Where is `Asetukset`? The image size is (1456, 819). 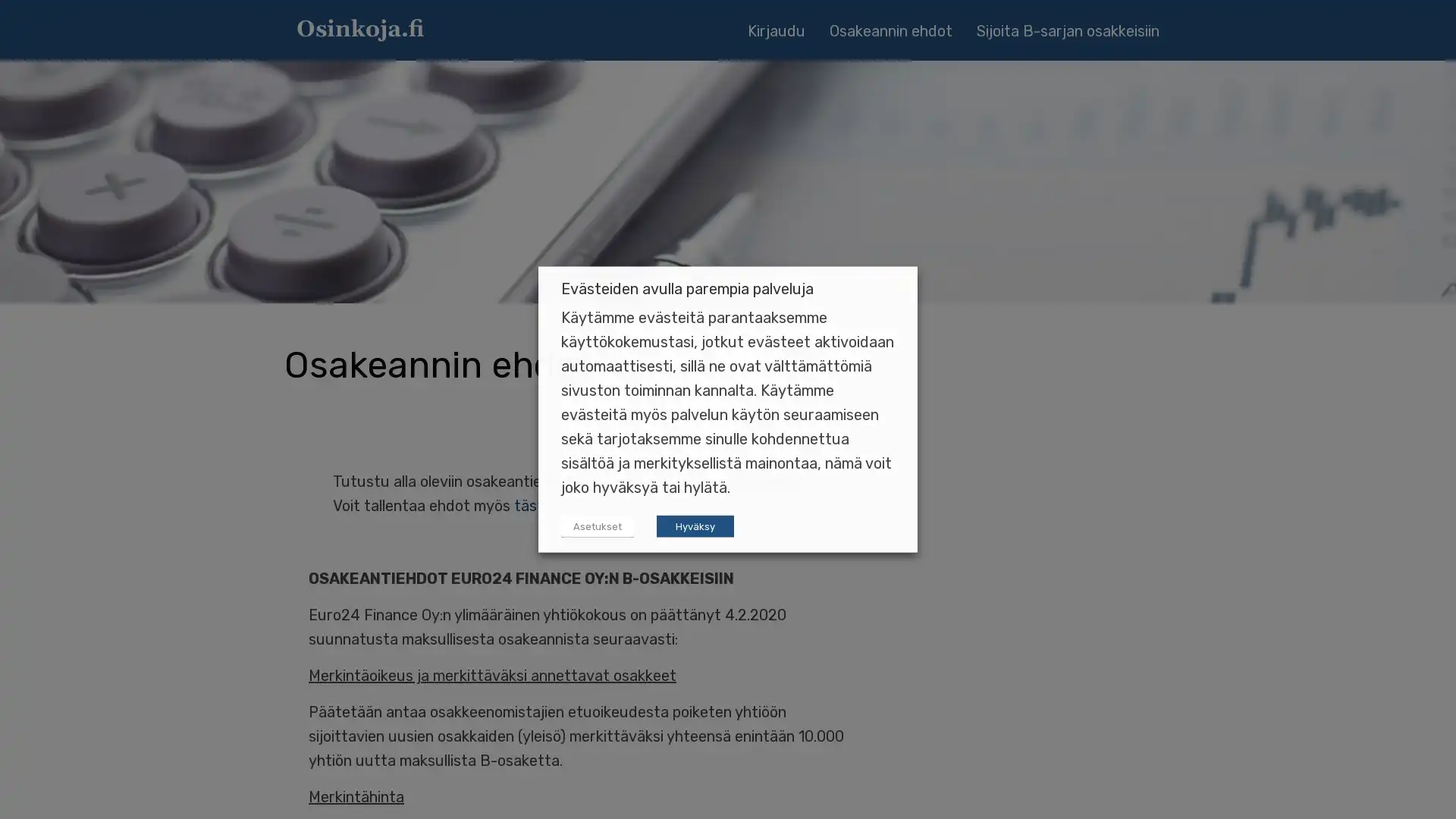 Asetukset is located at coordinates (596, 526).